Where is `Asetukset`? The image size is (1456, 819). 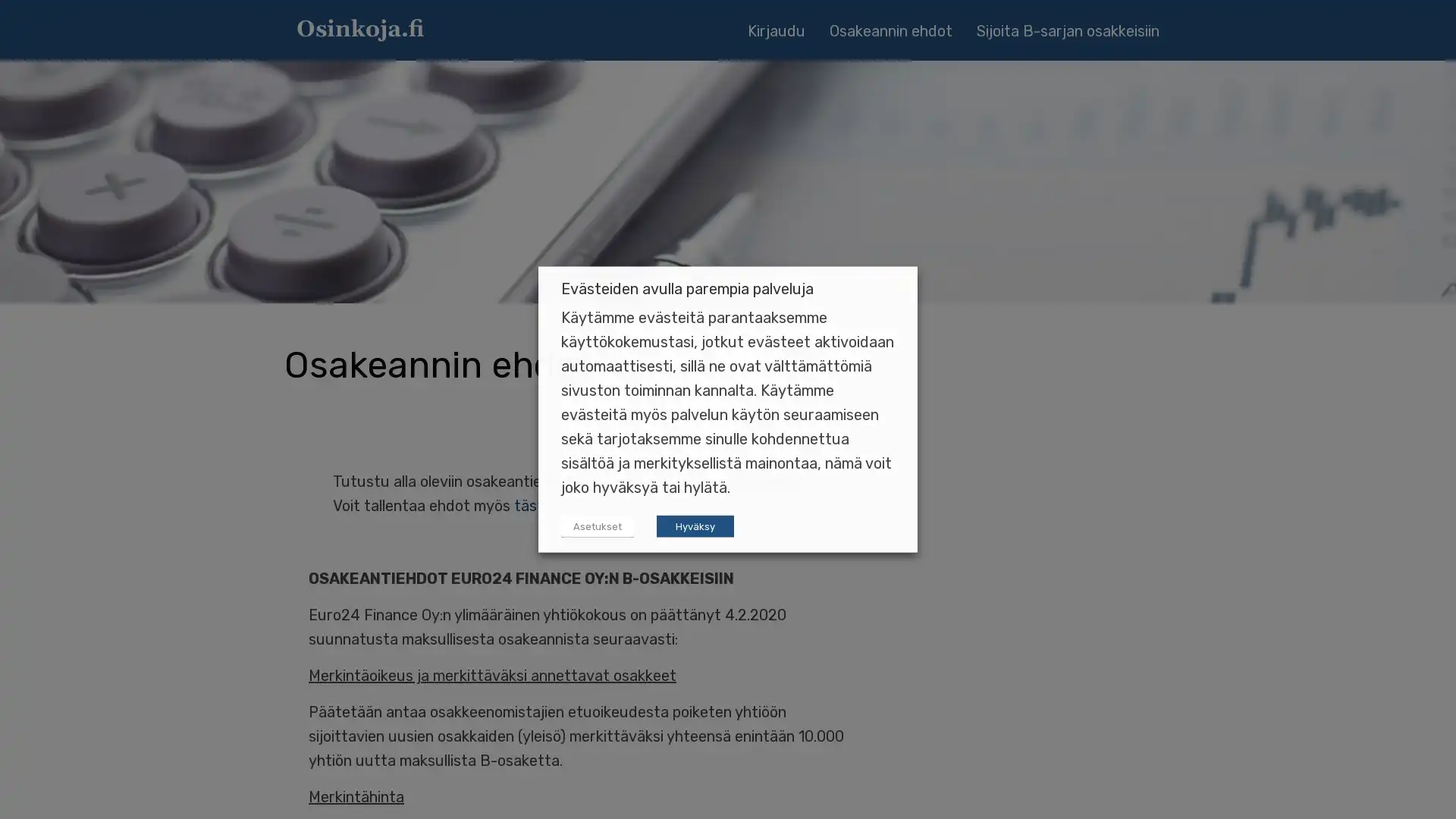 Asetukset is located at coordinates (596, 526).